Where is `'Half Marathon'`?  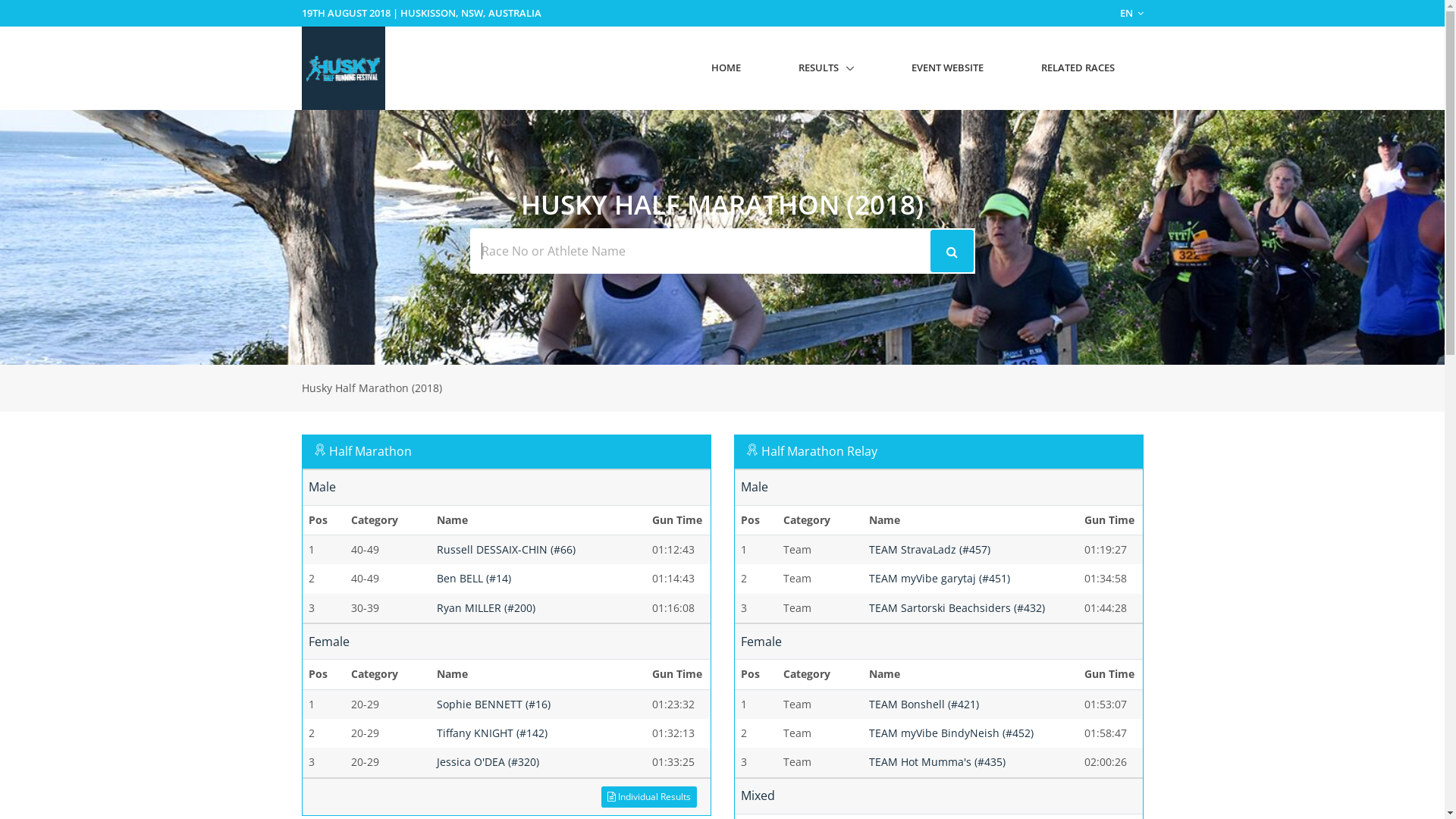
'Half Marathon' is located at coordinates (370, 450).